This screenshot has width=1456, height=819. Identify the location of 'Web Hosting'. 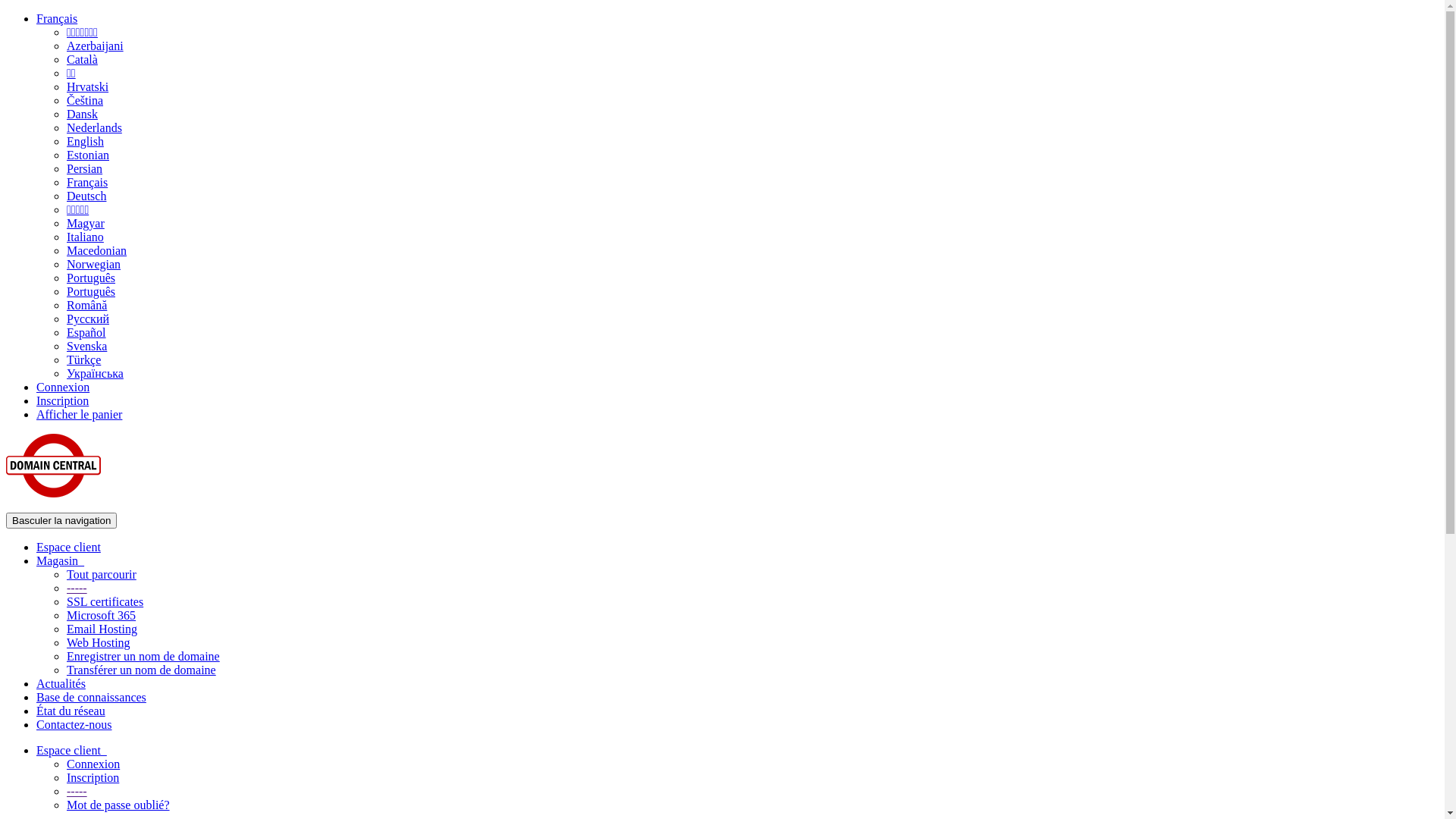
(97, 642).